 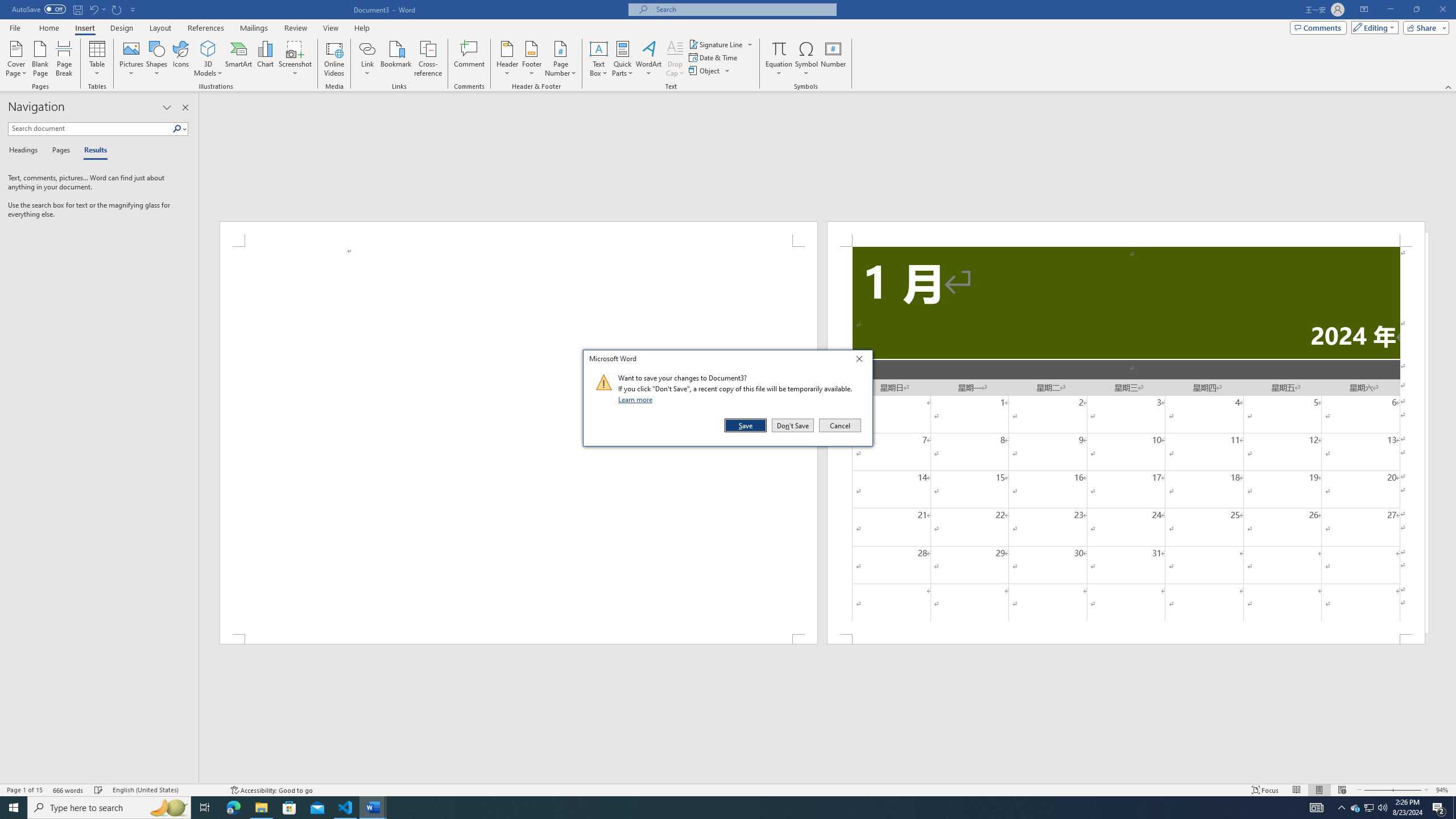 What do you see at coordinates (238, 59) in the screenshot?
I see `'SmartArt...'` at bounding box center [238, 59].